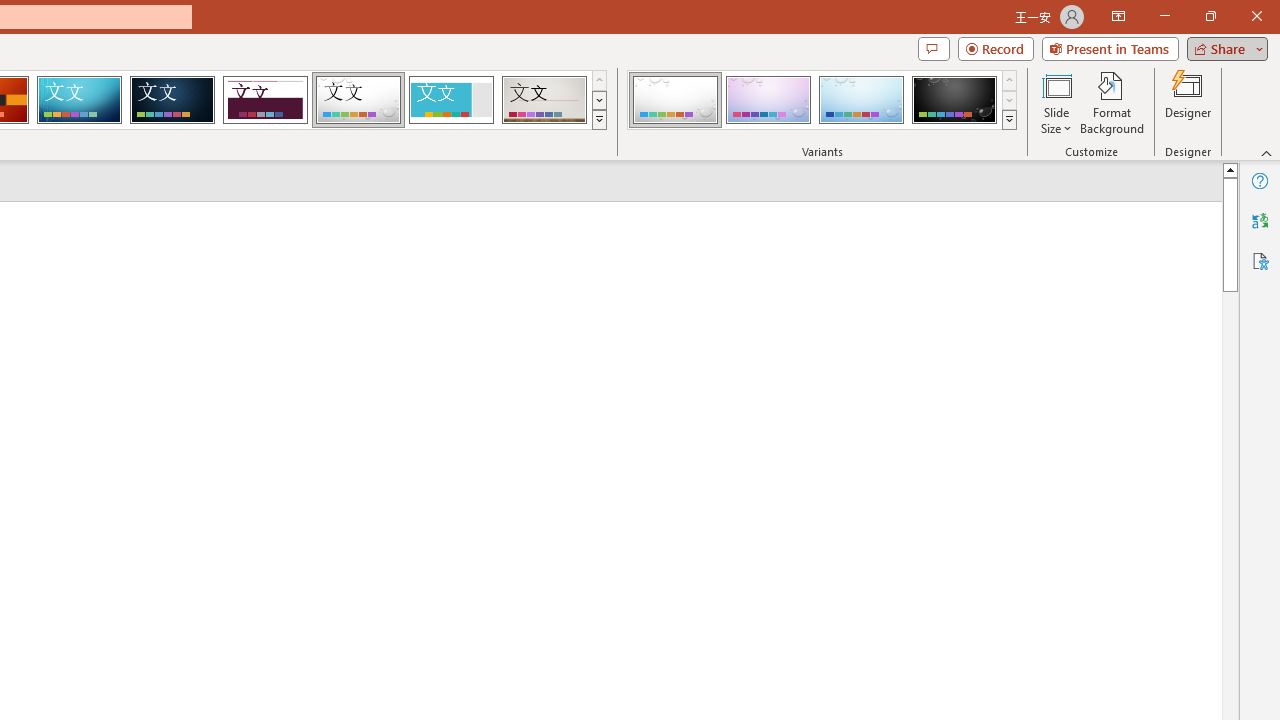 This screenshot has width=1280, height=720. What do you see at coordinates (1111, 103) in the screenshot?
I see `'Format Background'` at bounding box center [1111, 103].